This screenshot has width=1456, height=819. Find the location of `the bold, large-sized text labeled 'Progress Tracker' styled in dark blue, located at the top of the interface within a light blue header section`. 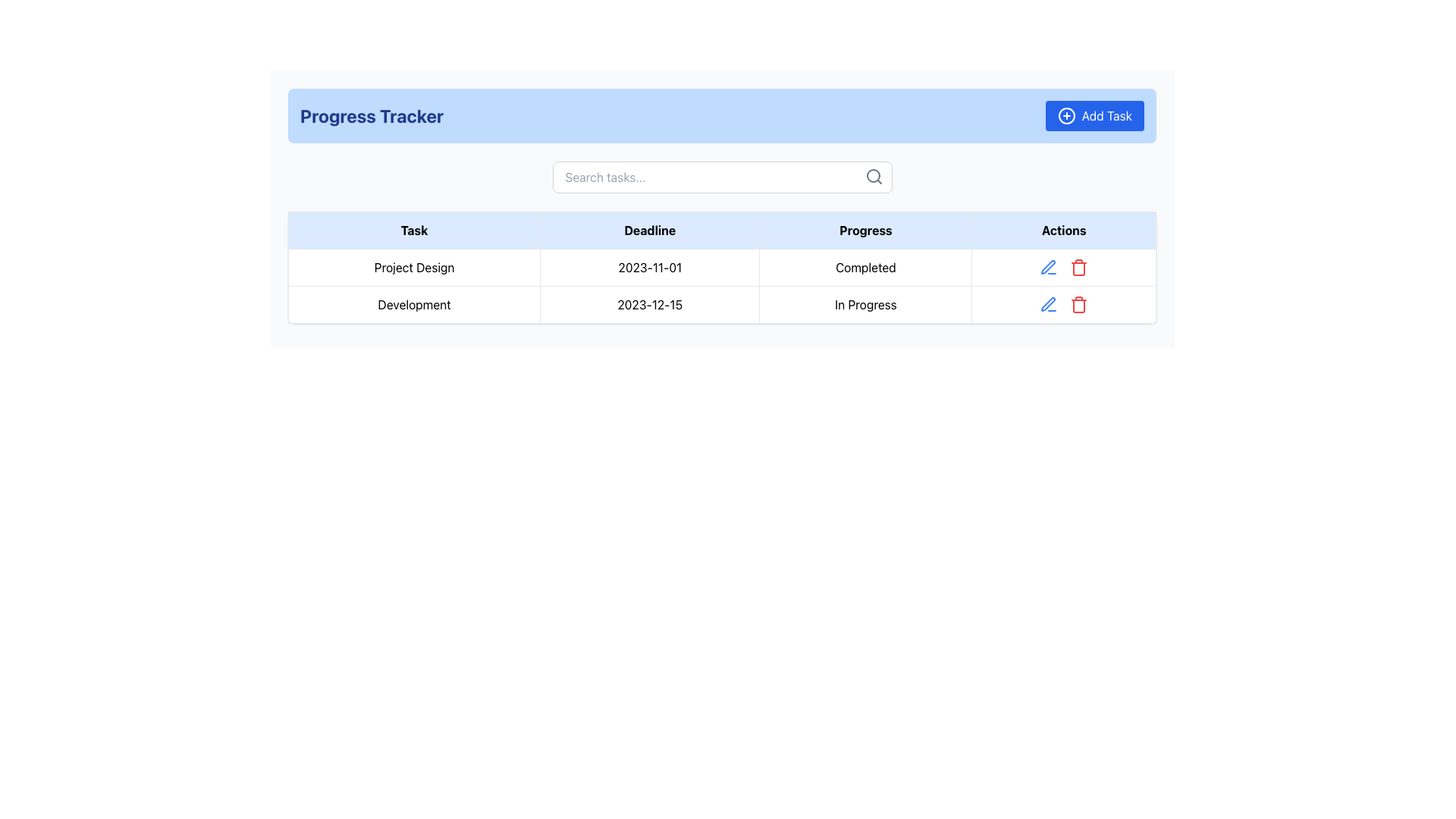

the bold, large-sized text labeled 'Progress Tracker' styled in dark blue, located at the top of the interface within a light blue header section is located at coordinates (372, 115).